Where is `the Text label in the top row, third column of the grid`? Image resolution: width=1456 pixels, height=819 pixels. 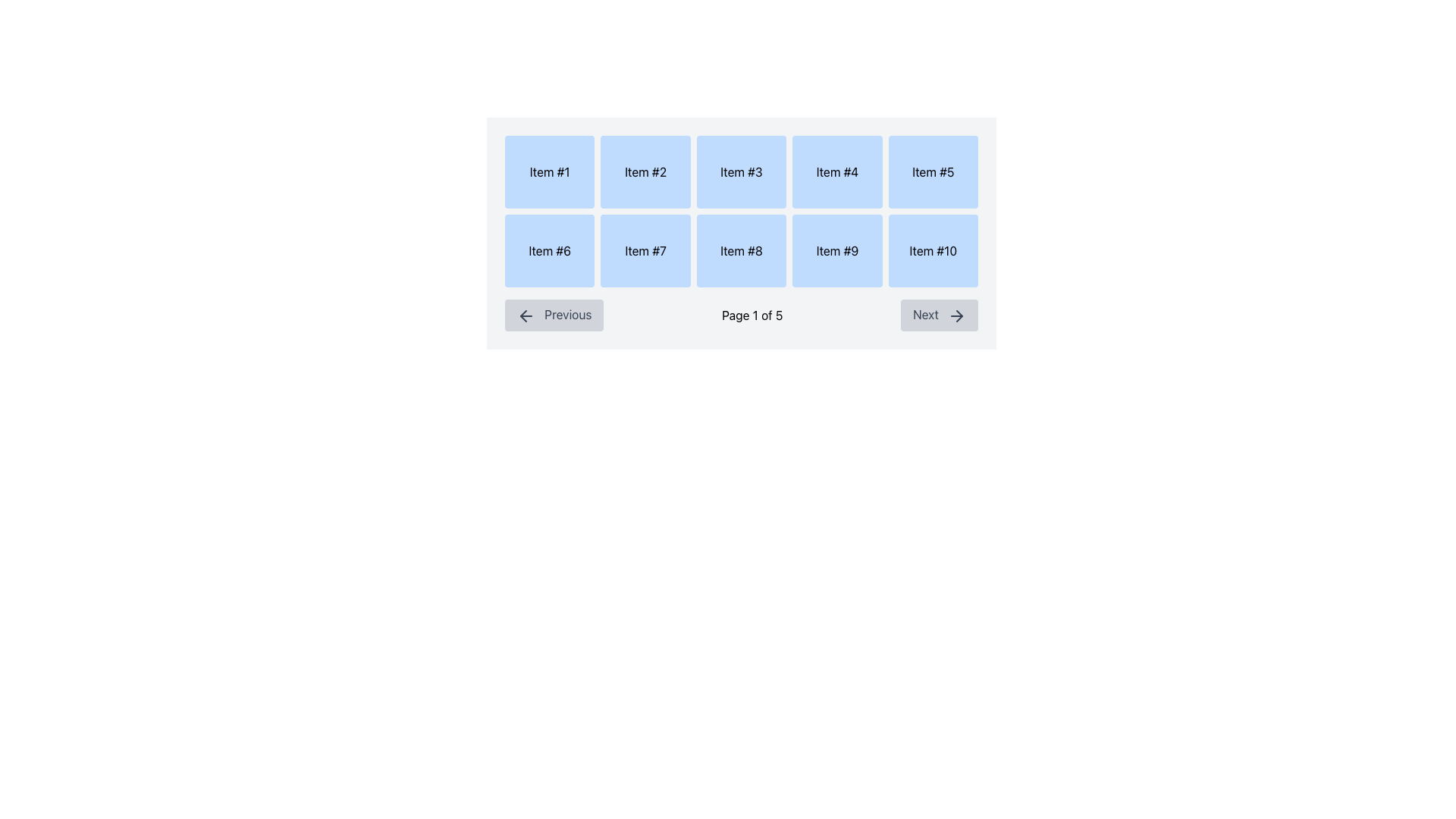 the Text label in the top row, third column of the grid is located at coordinates (742, 171).